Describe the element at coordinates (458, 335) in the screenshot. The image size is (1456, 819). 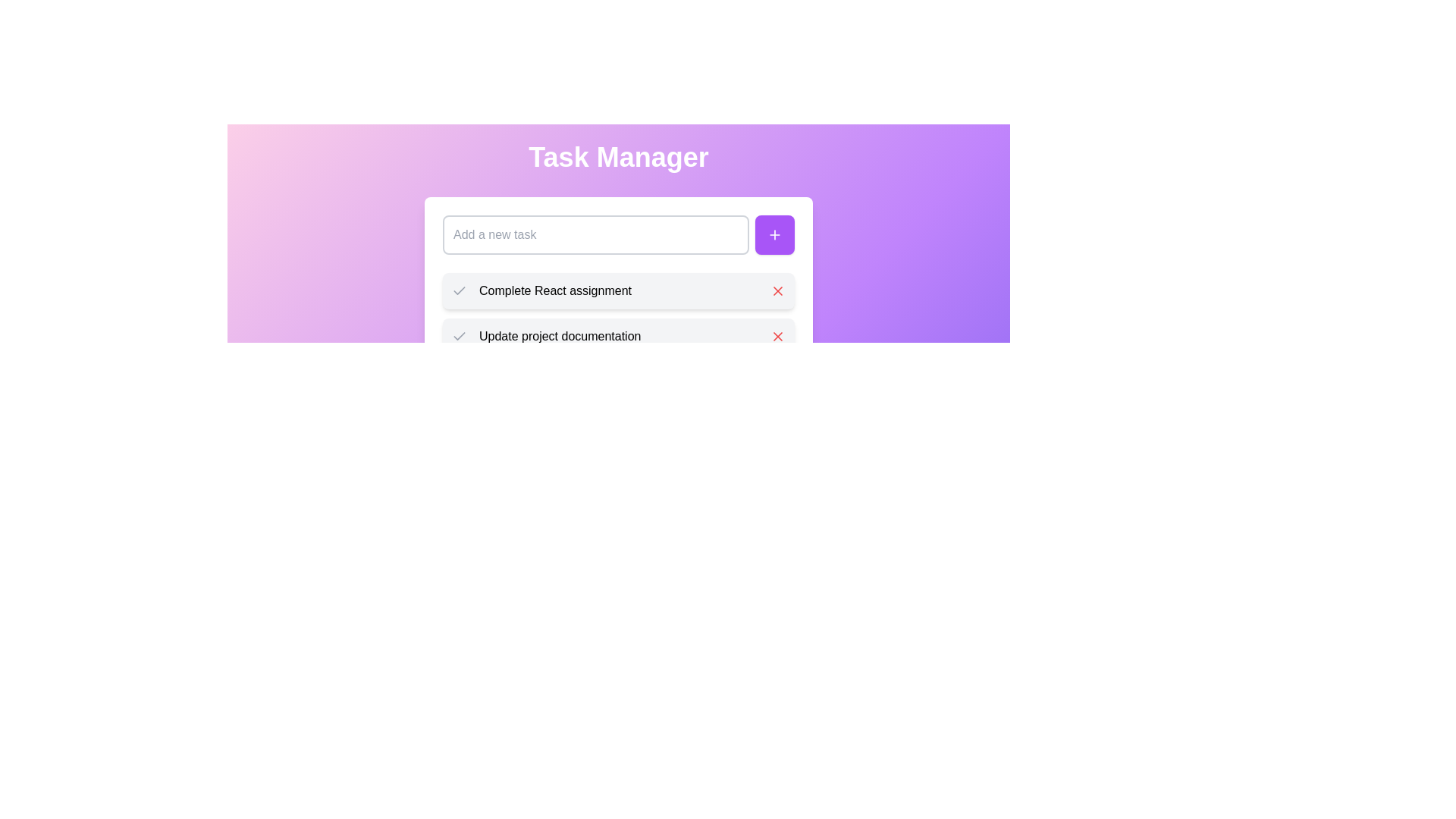
I see `the small, circular interactive checkbox with a checkmark icon that is positioned on the left side of the task description 'Update project documentation.'` at that location.